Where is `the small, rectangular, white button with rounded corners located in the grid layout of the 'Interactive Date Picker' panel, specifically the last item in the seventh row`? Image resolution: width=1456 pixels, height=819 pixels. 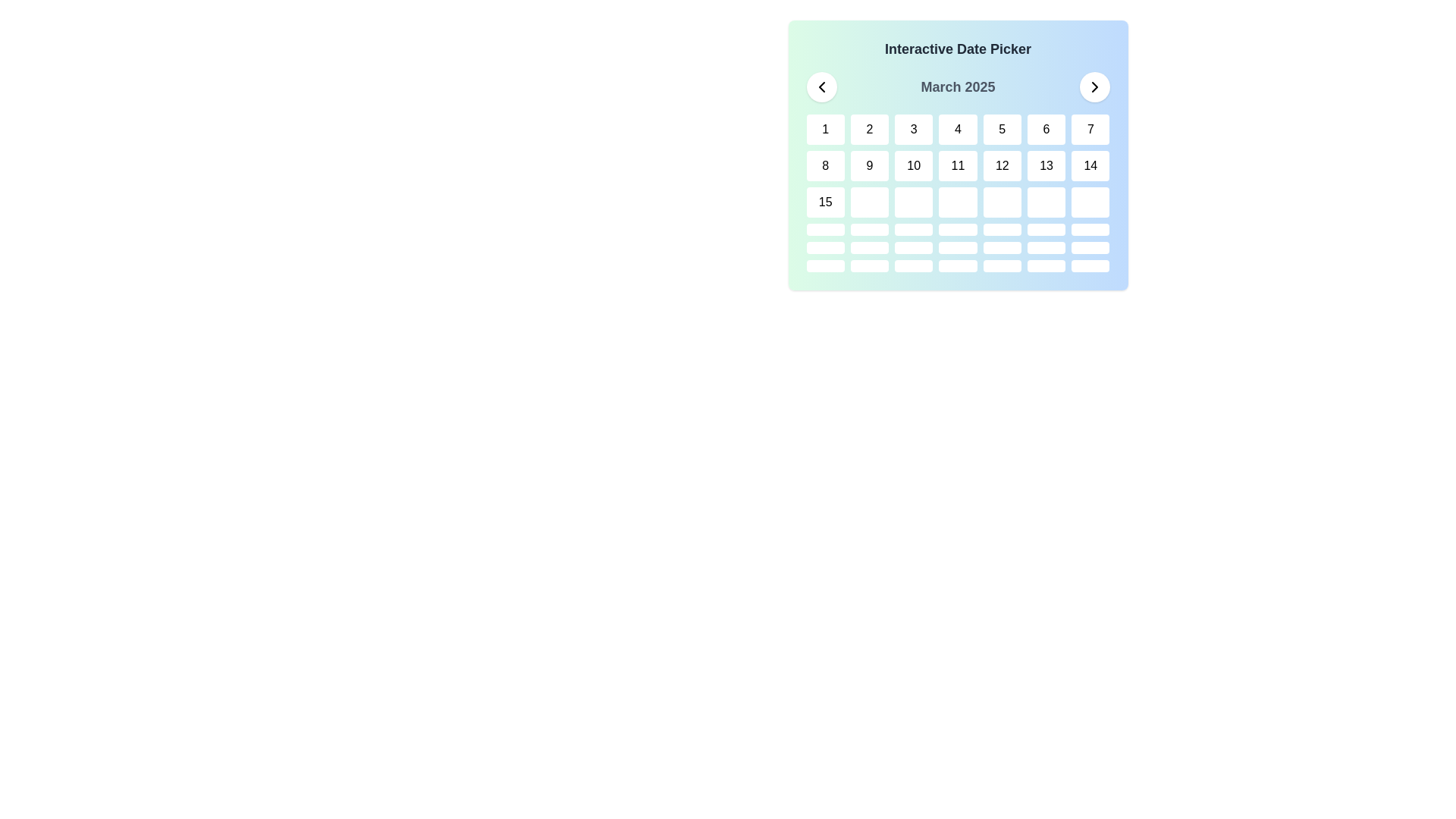 the small, rectangular, white button with rounded corners located in the grid layout of the 'Interactive Date Picker' panel, specifically the last item in the seventh row is located at coordinates (1090, 265).